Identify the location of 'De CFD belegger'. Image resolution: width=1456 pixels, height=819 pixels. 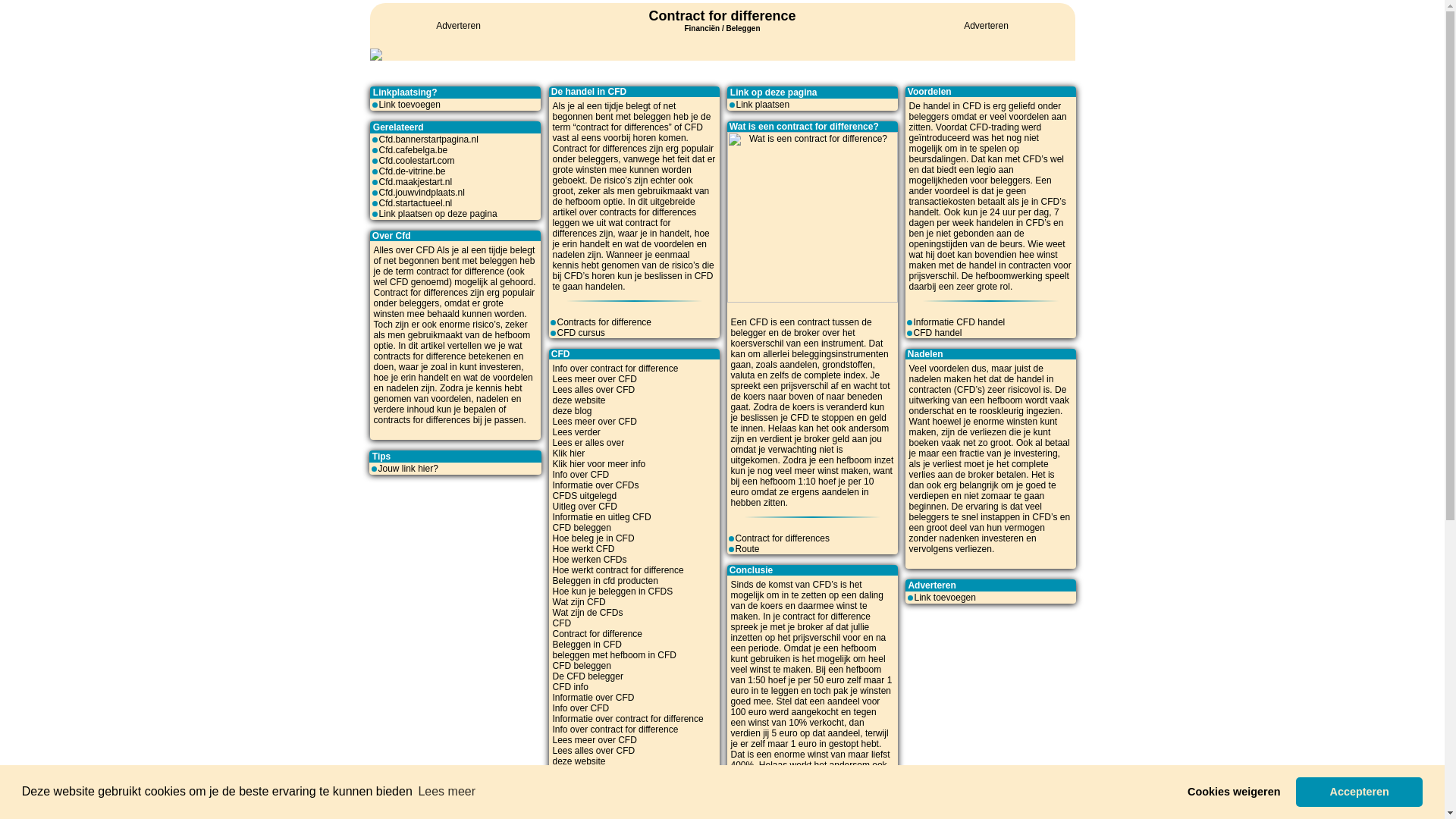
(586, 675).